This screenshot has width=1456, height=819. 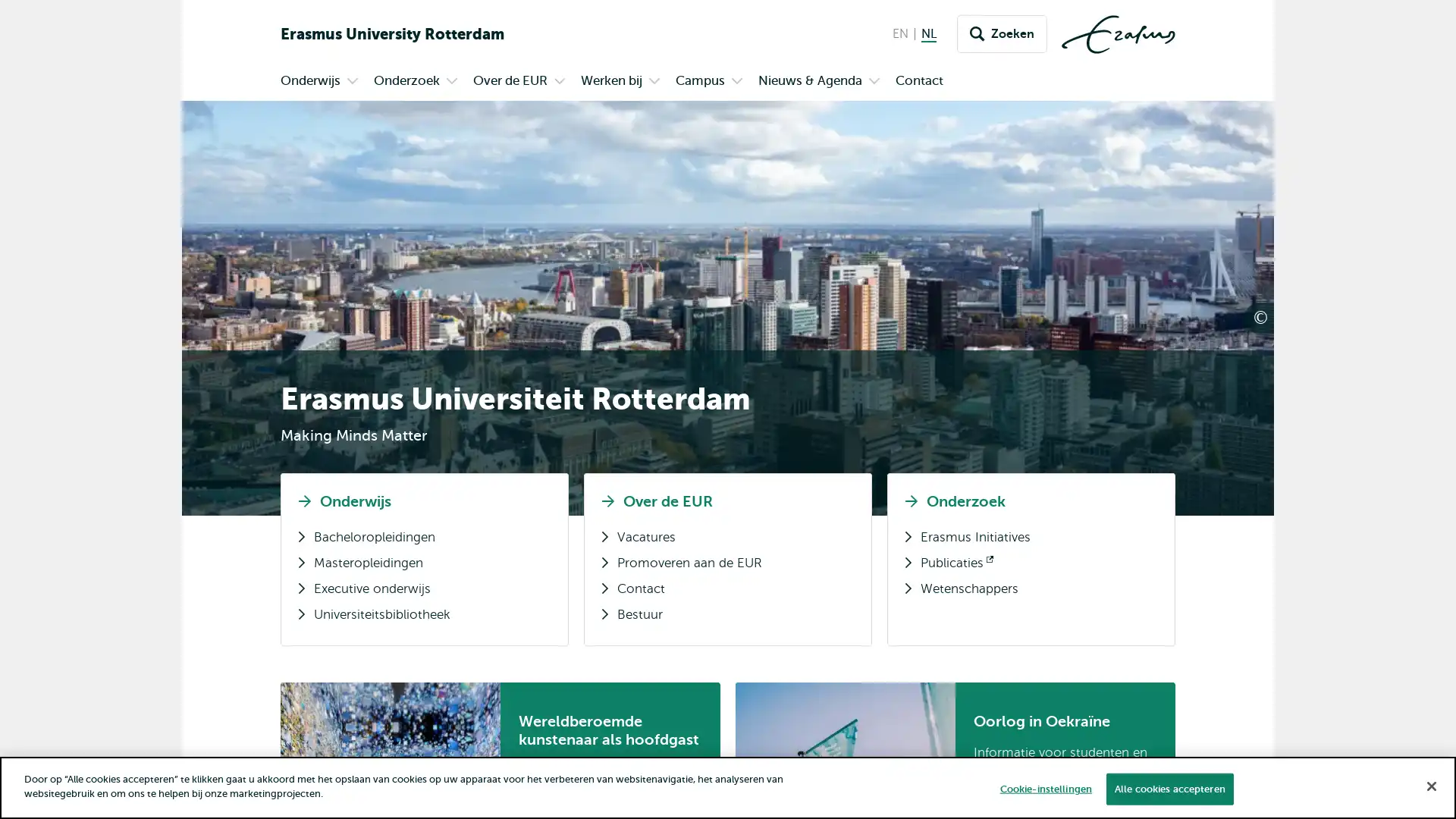 I want to click on Open submenu, so click(x=736, y=82).